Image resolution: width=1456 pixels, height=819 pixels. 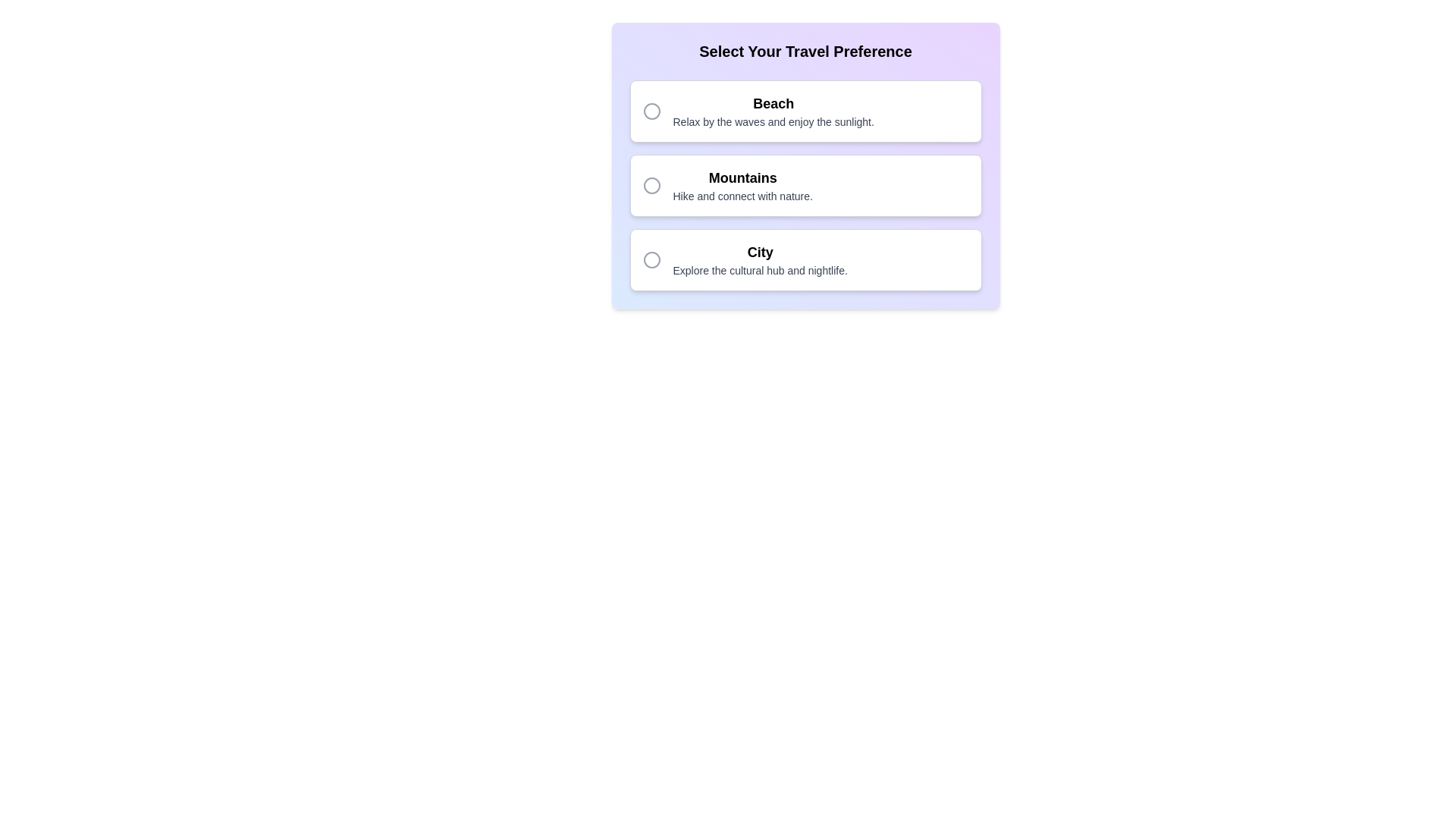 What do you see at coordinates (651, 185) in the screenshot?
I see `the 'Mountains' icon located at the top-left corner of the selectable region of the 'Mountains' card` at bounding box center [651, 185].